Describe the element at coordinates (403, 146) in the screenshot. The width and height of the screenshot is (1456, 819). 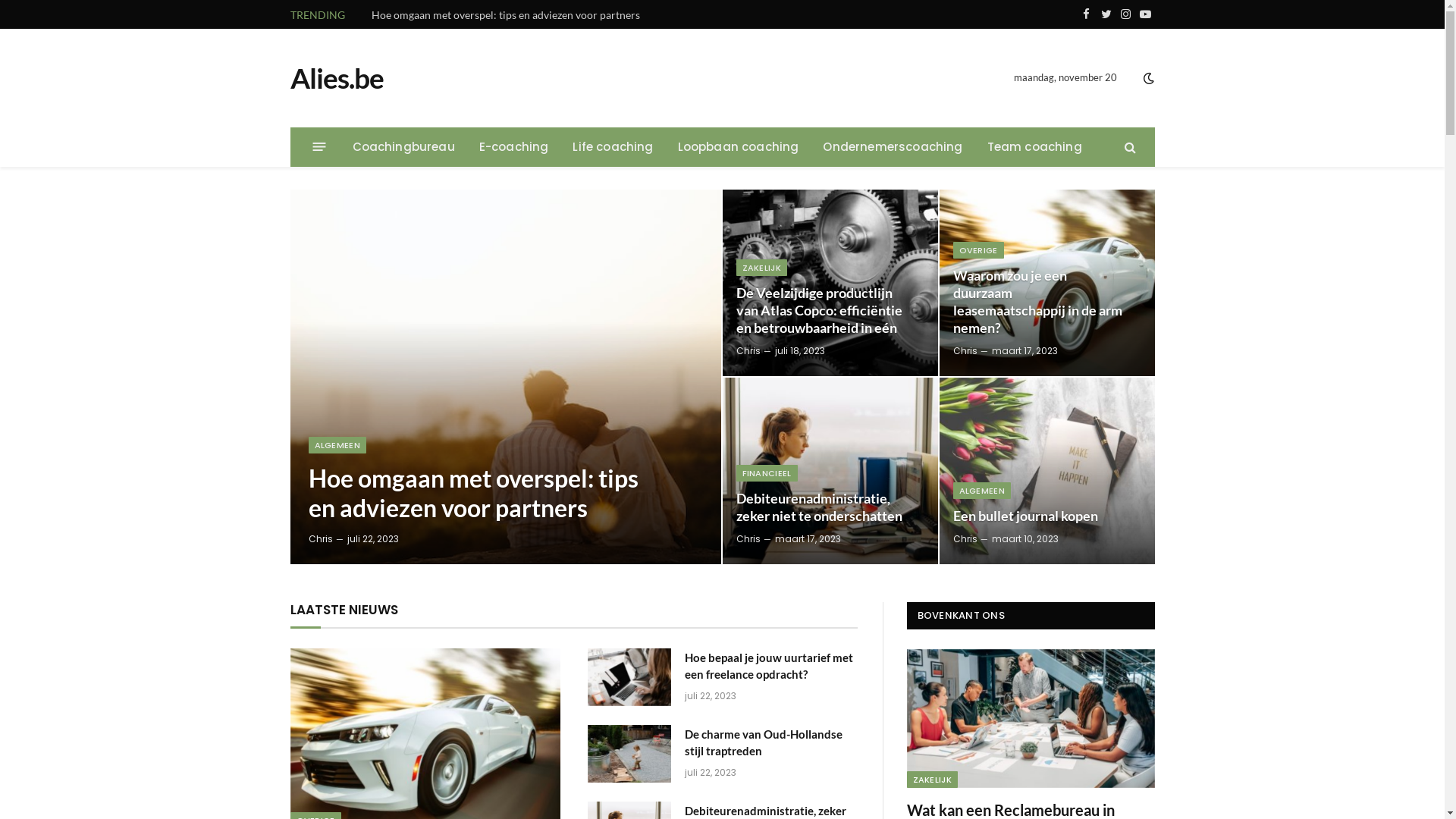
I see `'Coachingbureau'` at that location.